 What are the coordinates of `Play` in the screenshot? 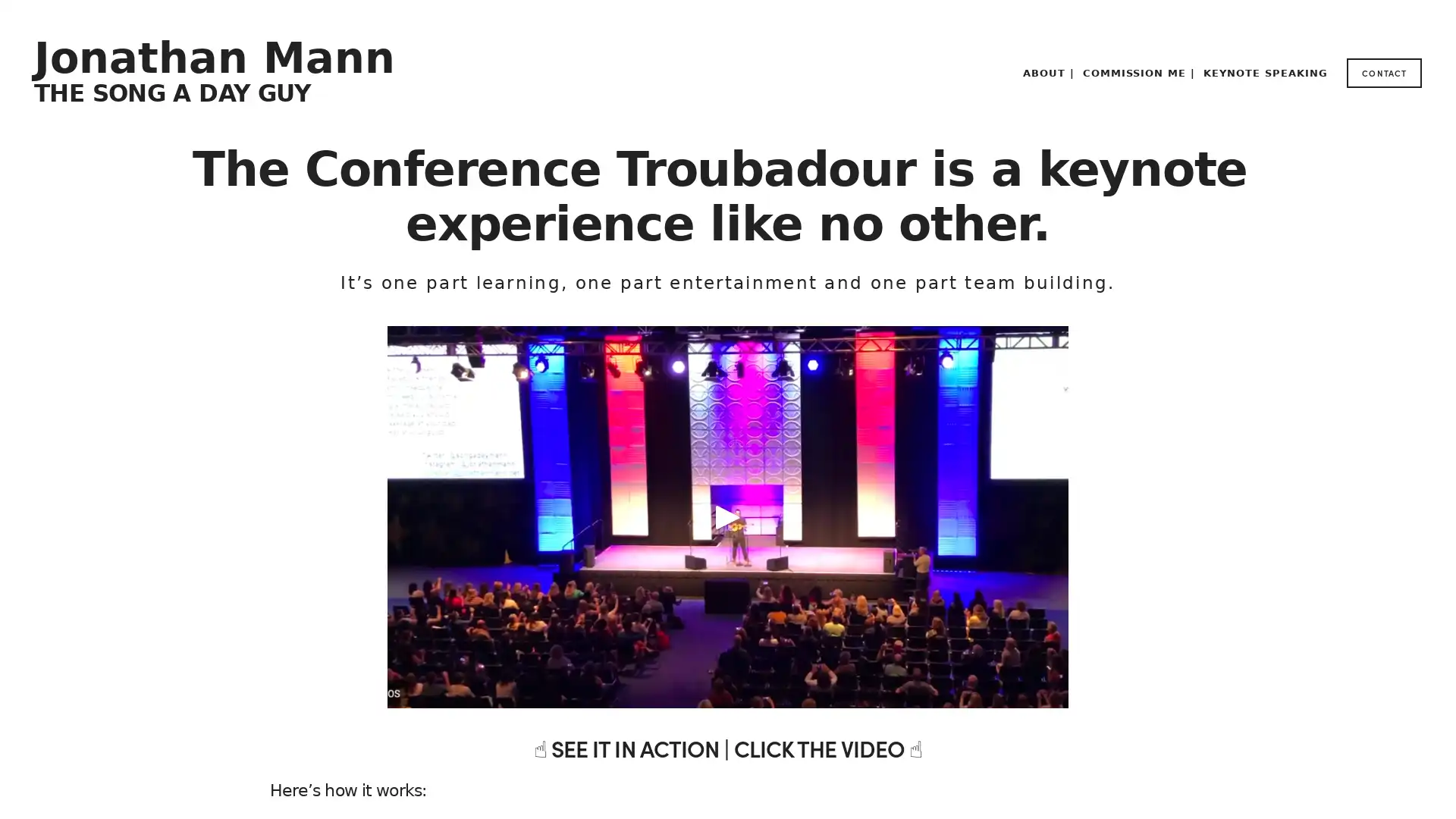 It's located at (728, 516).